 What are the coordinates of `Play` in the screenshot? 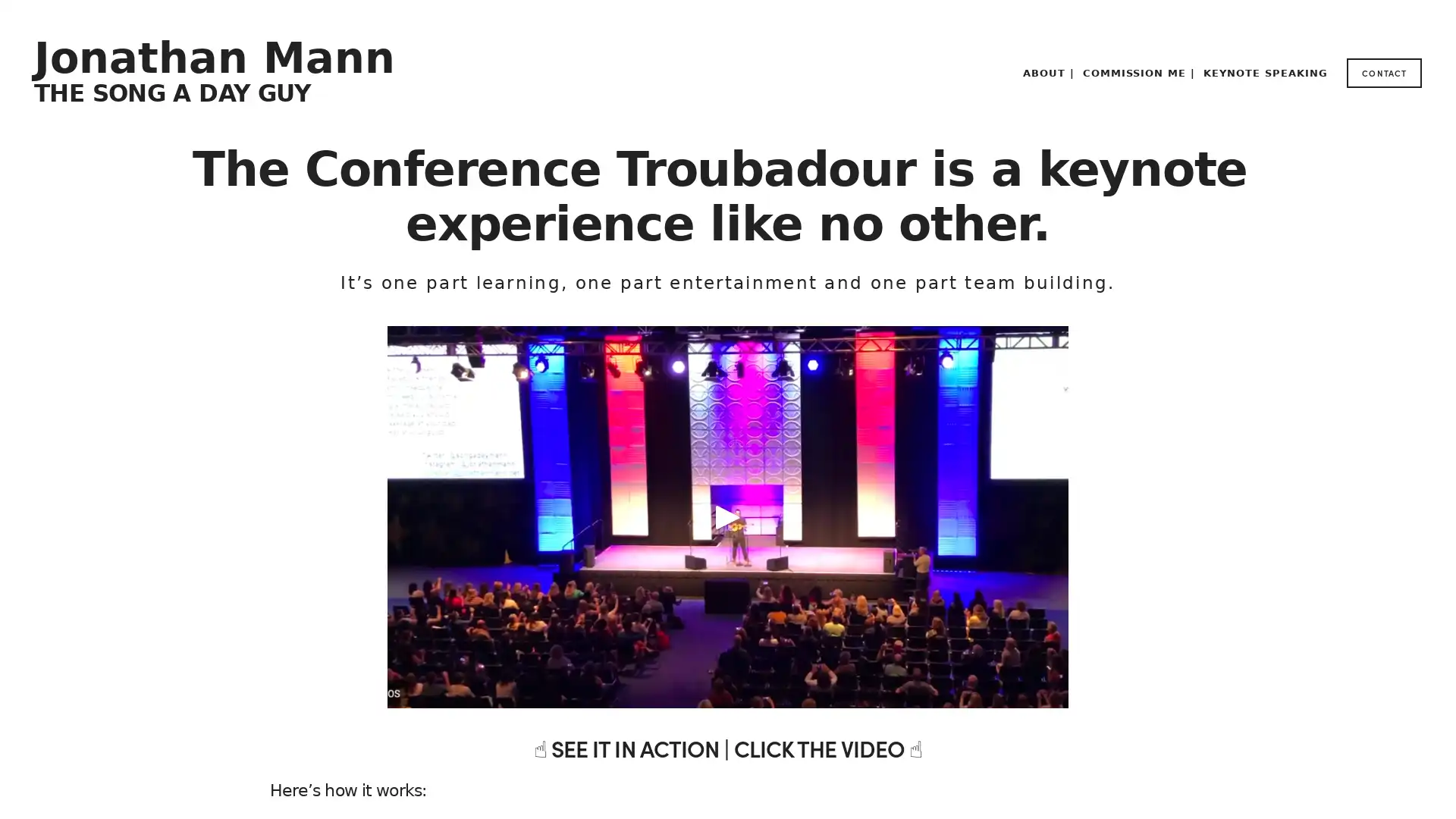 It's located at (728, 516).